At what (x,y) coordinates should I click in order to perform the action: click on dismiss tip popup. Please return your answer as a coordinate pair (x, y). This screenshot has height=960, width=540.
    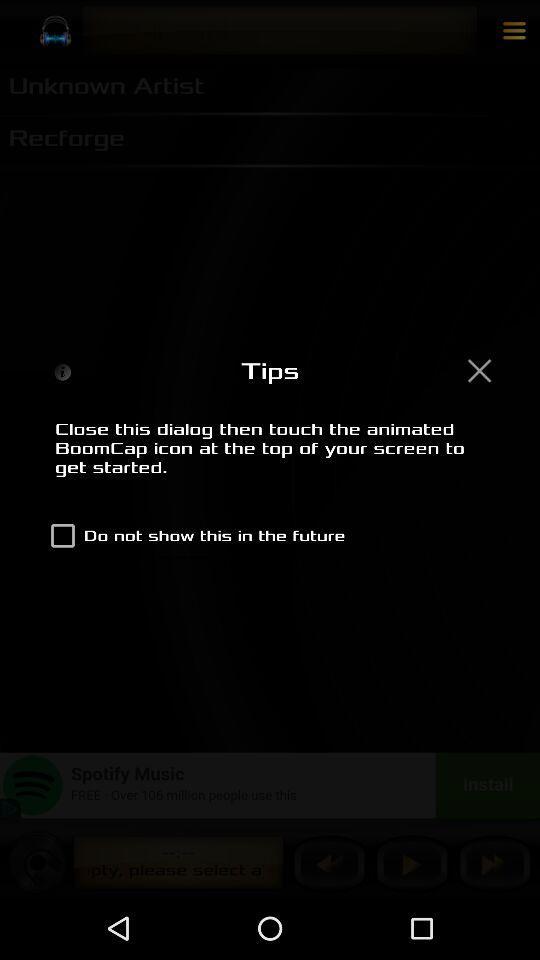
    Looking at the image, I should click on (478, 369).